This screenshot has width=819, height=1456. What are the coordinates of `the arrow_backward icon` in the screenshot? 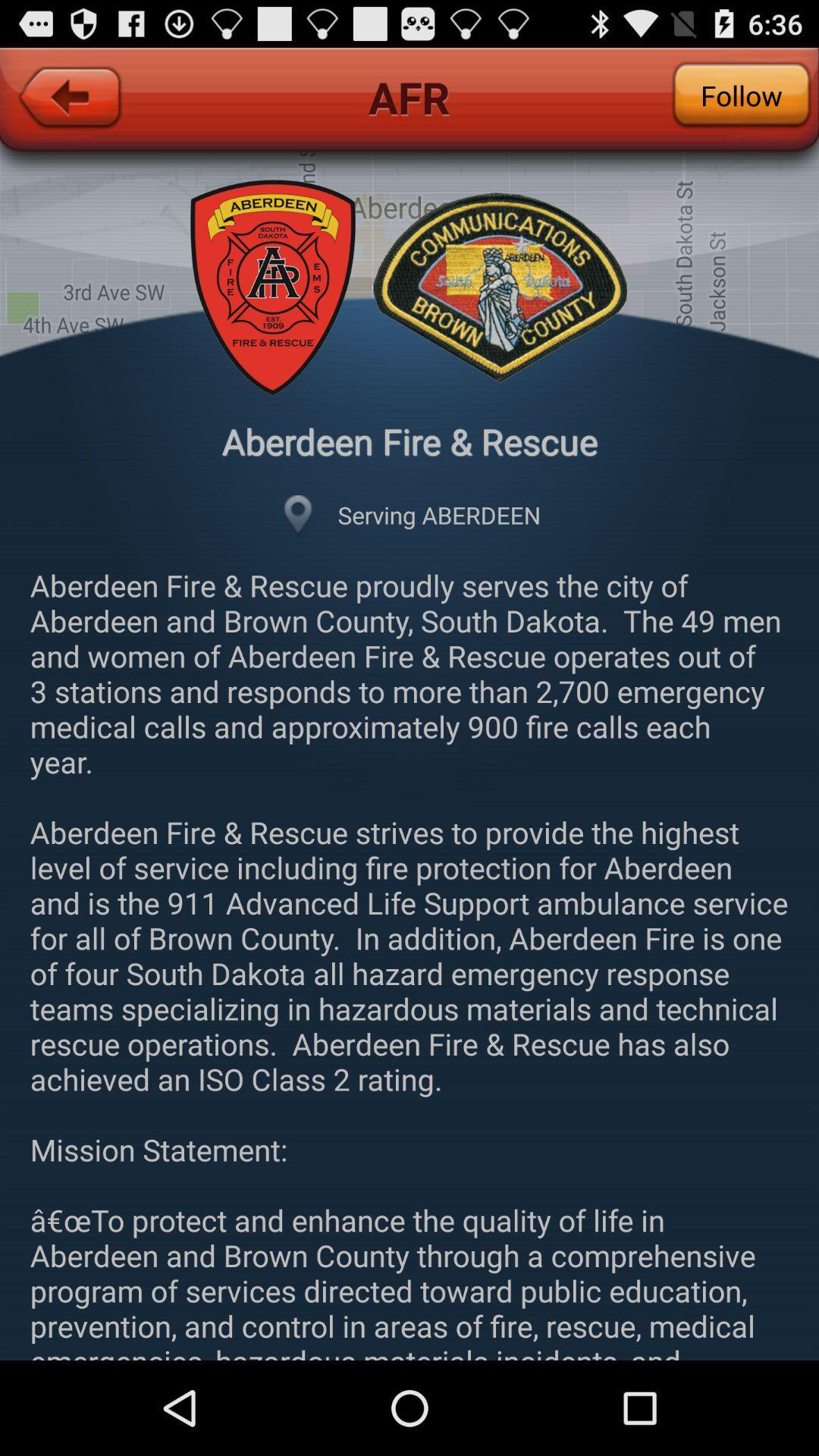 It's located at (69, 115).